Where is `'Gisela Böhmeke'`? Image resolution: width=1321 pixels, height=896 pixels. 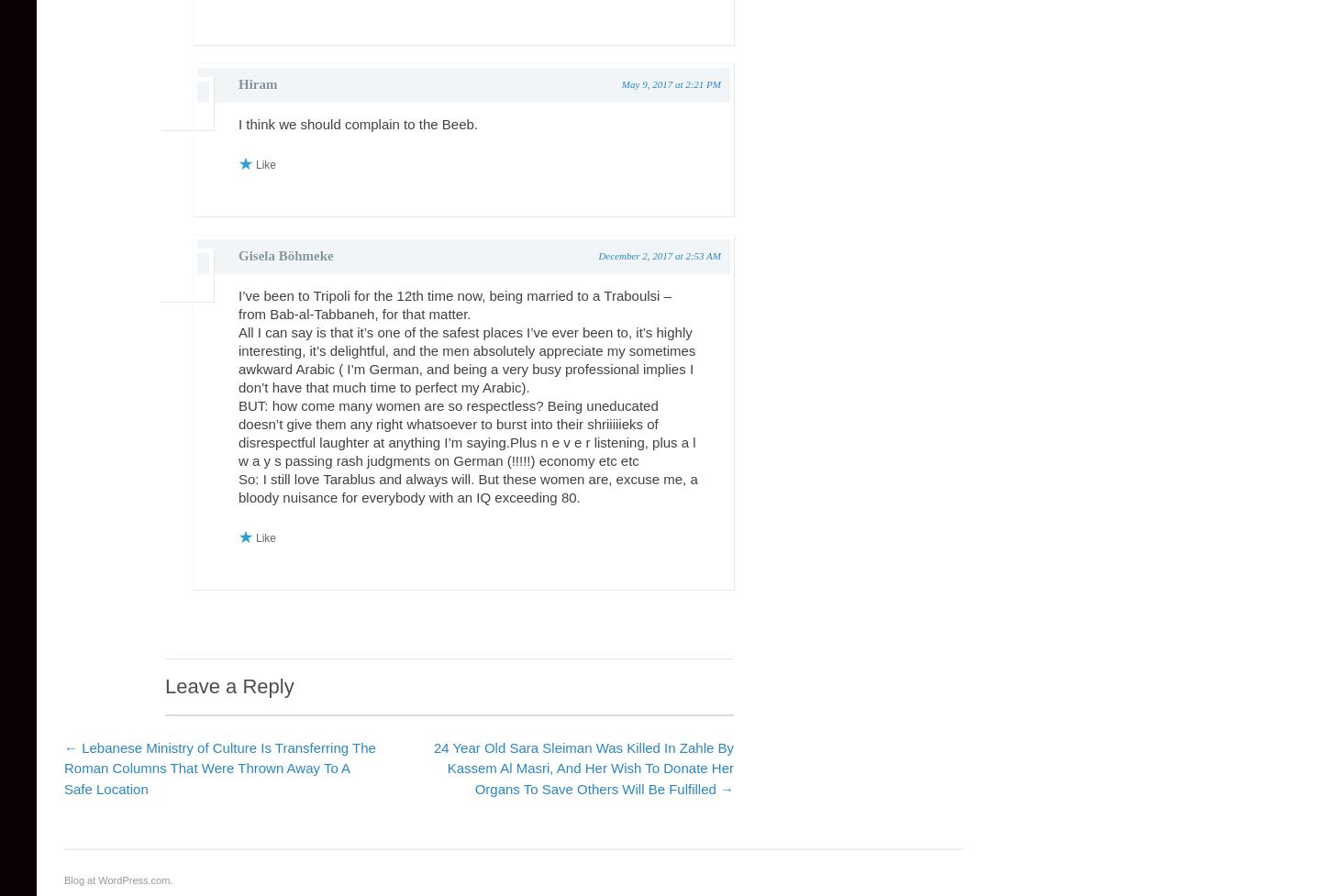
'Gisela Böhmeke' is located at coordinates (285, 255).